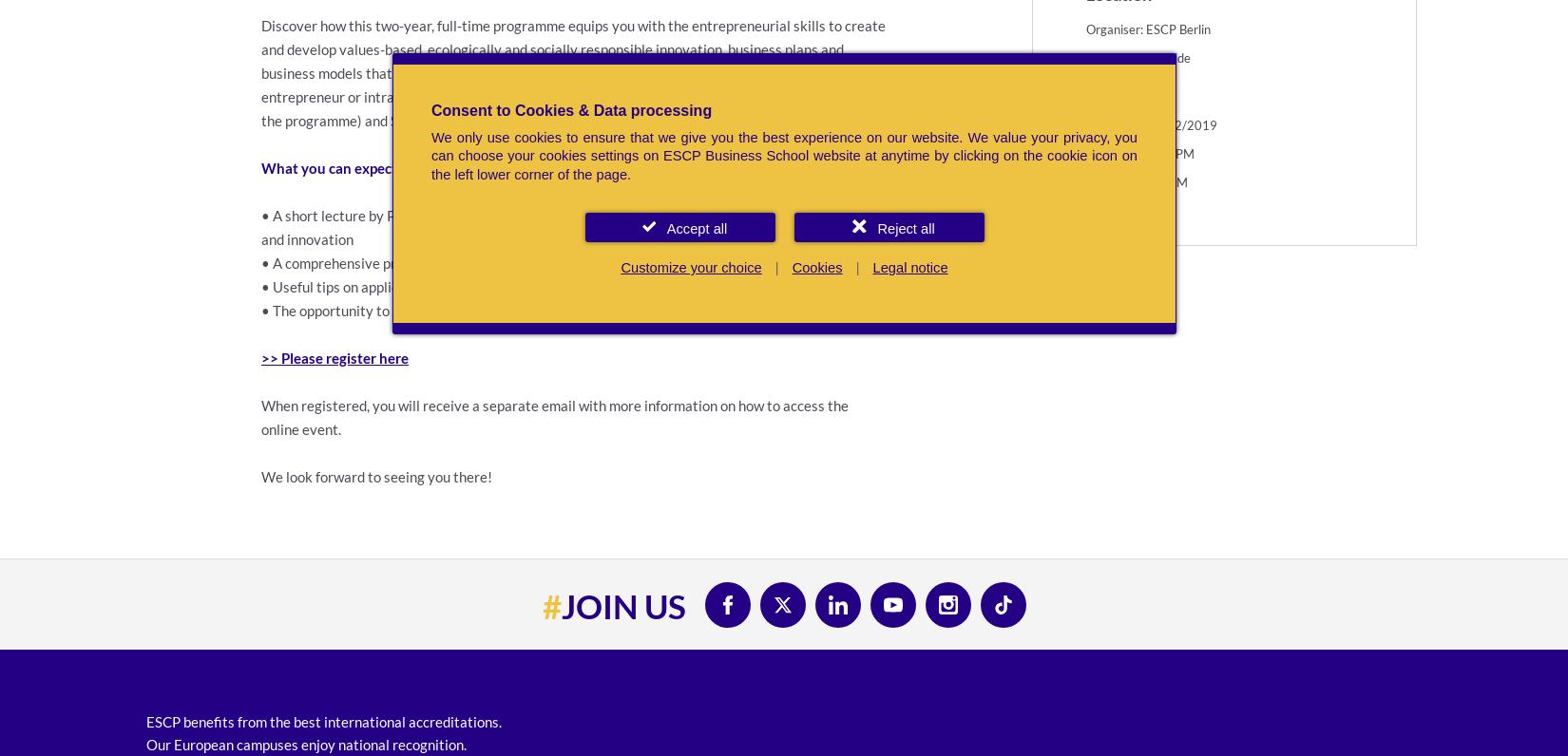  I want to click on 'Reject all', so click(877, 227).